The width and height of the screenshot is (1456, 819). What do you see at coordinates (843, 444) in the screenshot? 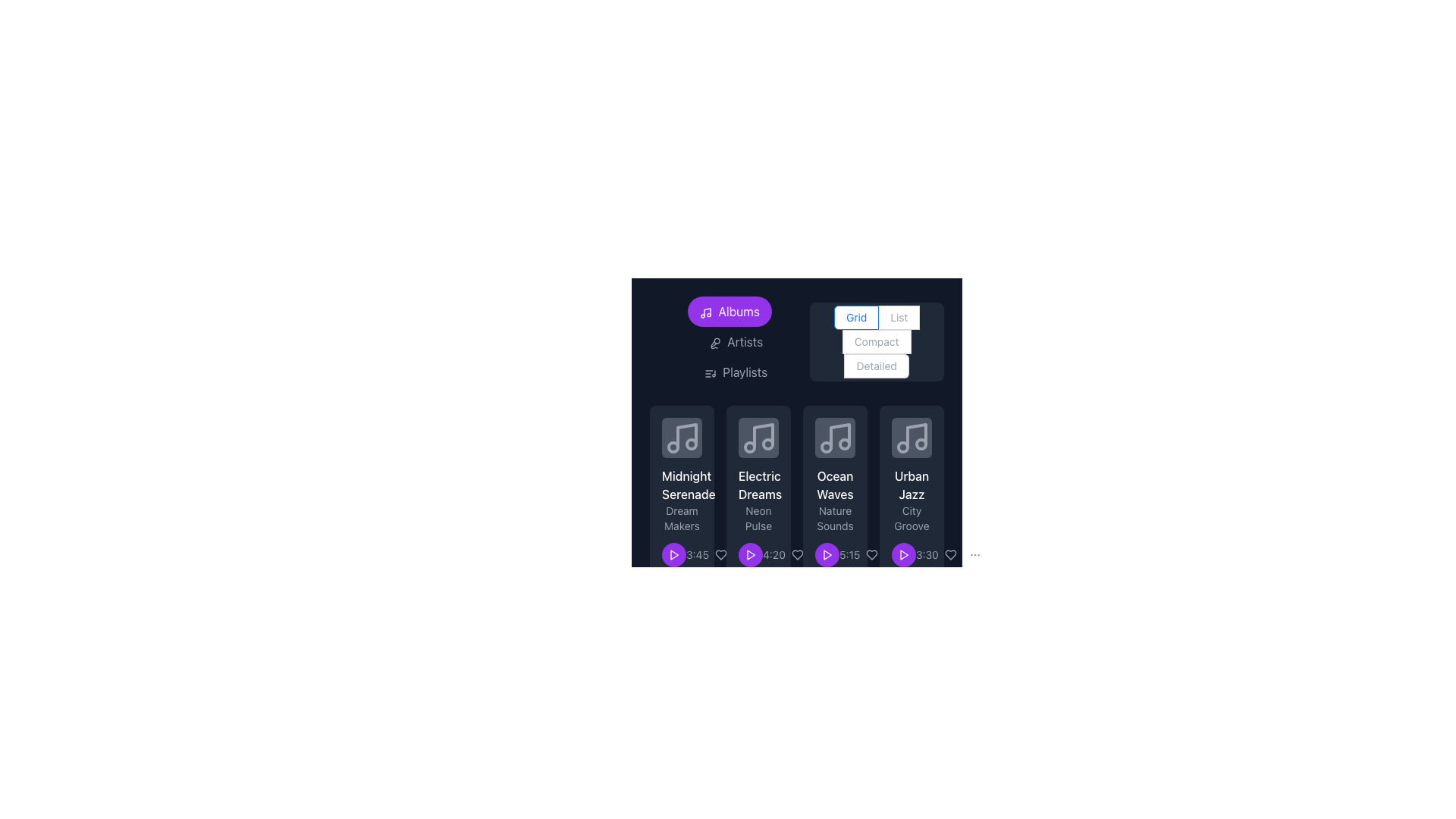
I see `the small circular graphic that is part of the music-themed icon, located towards the bottom-right of the larger music note illustration` at bounding box center [843, 444].